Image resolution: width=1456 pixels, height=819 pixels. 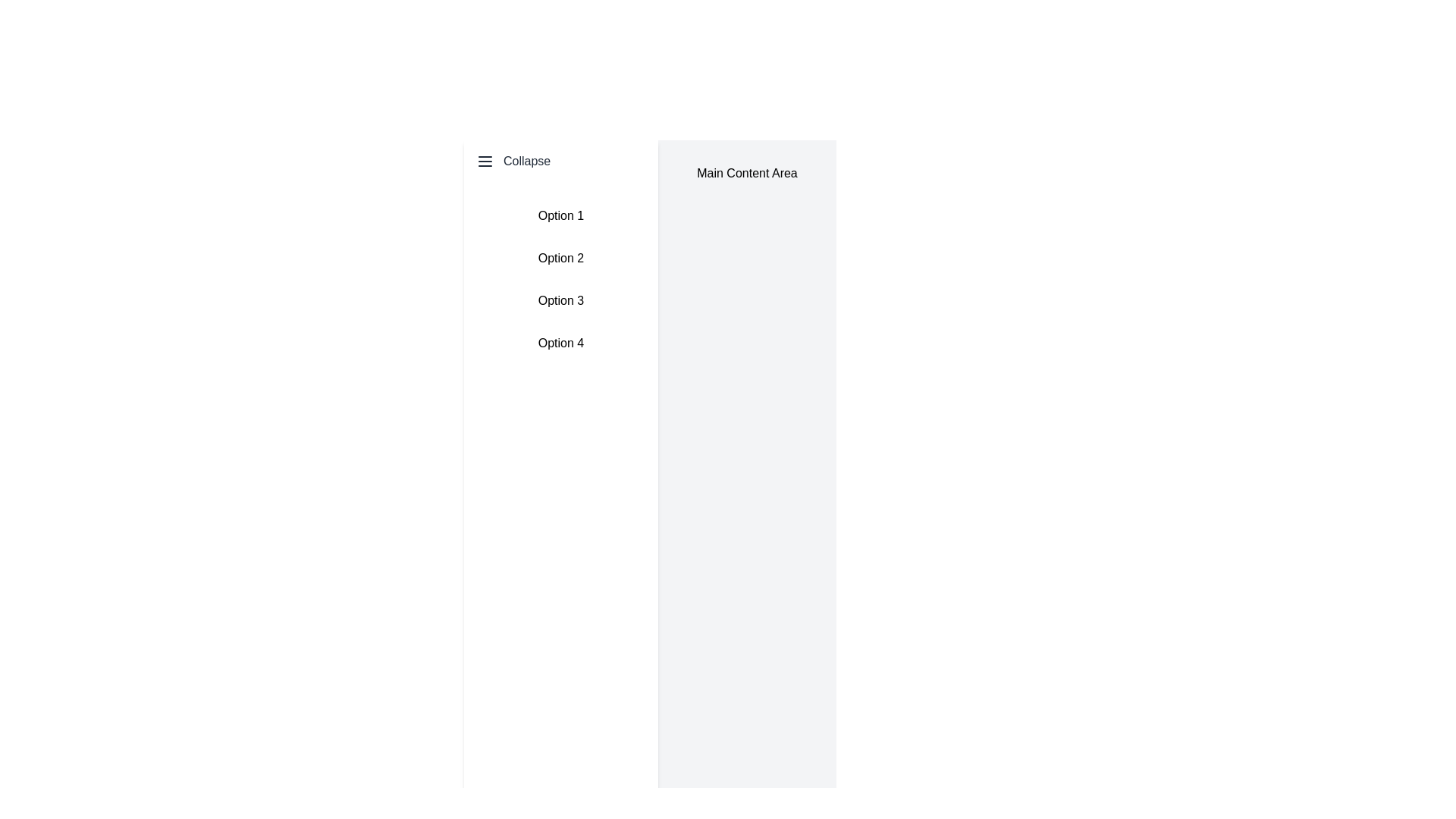 I want to click on the small three-horizontal-line 'menu' icon located at the top-left corner of the interface, directly to the left of the 'Collapse' text for accessibility, so click(x=484, y=161).